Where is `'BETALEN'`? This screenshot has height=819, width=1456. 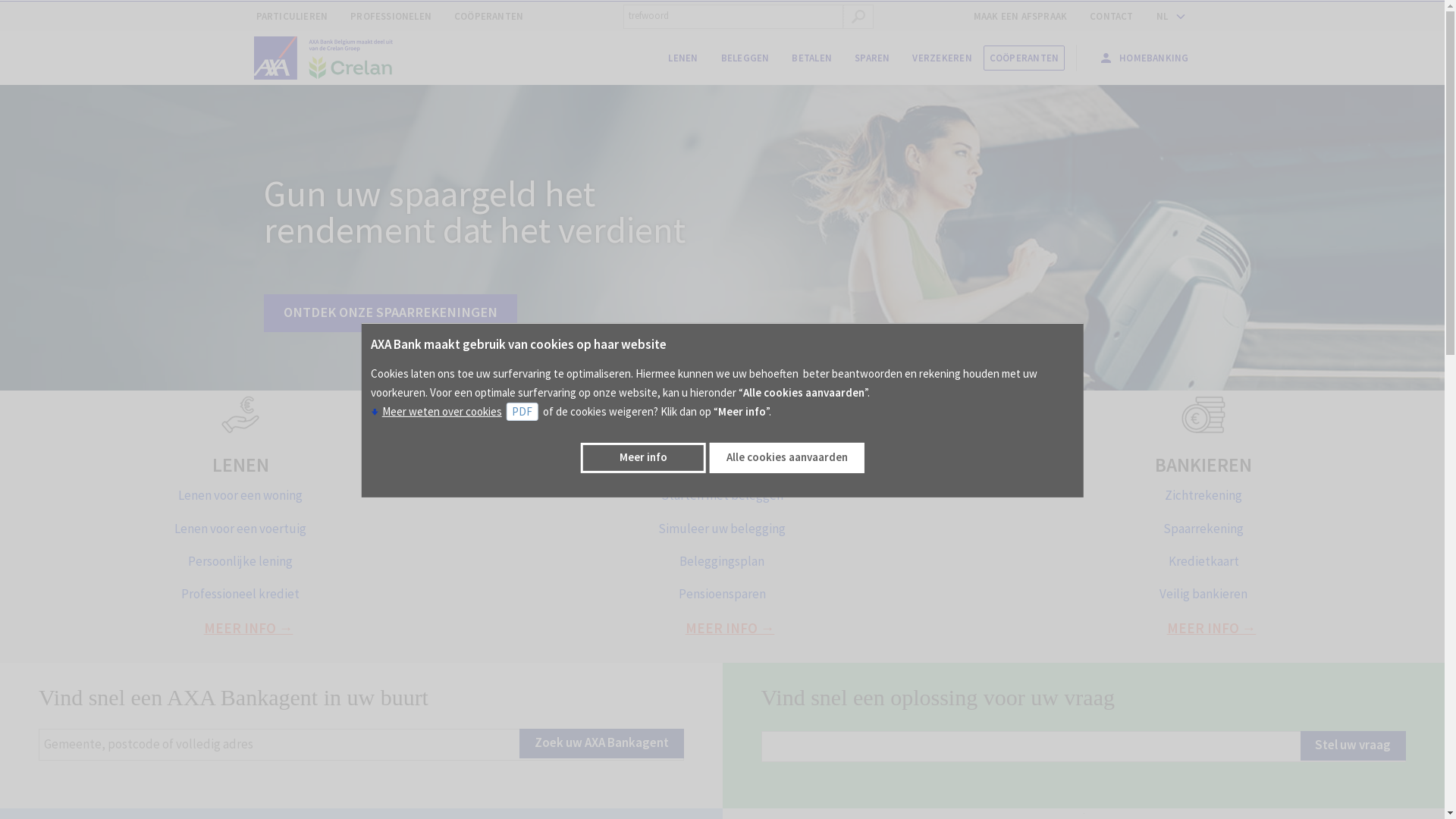
'BETALEN' is located at coordinates (811, 58).